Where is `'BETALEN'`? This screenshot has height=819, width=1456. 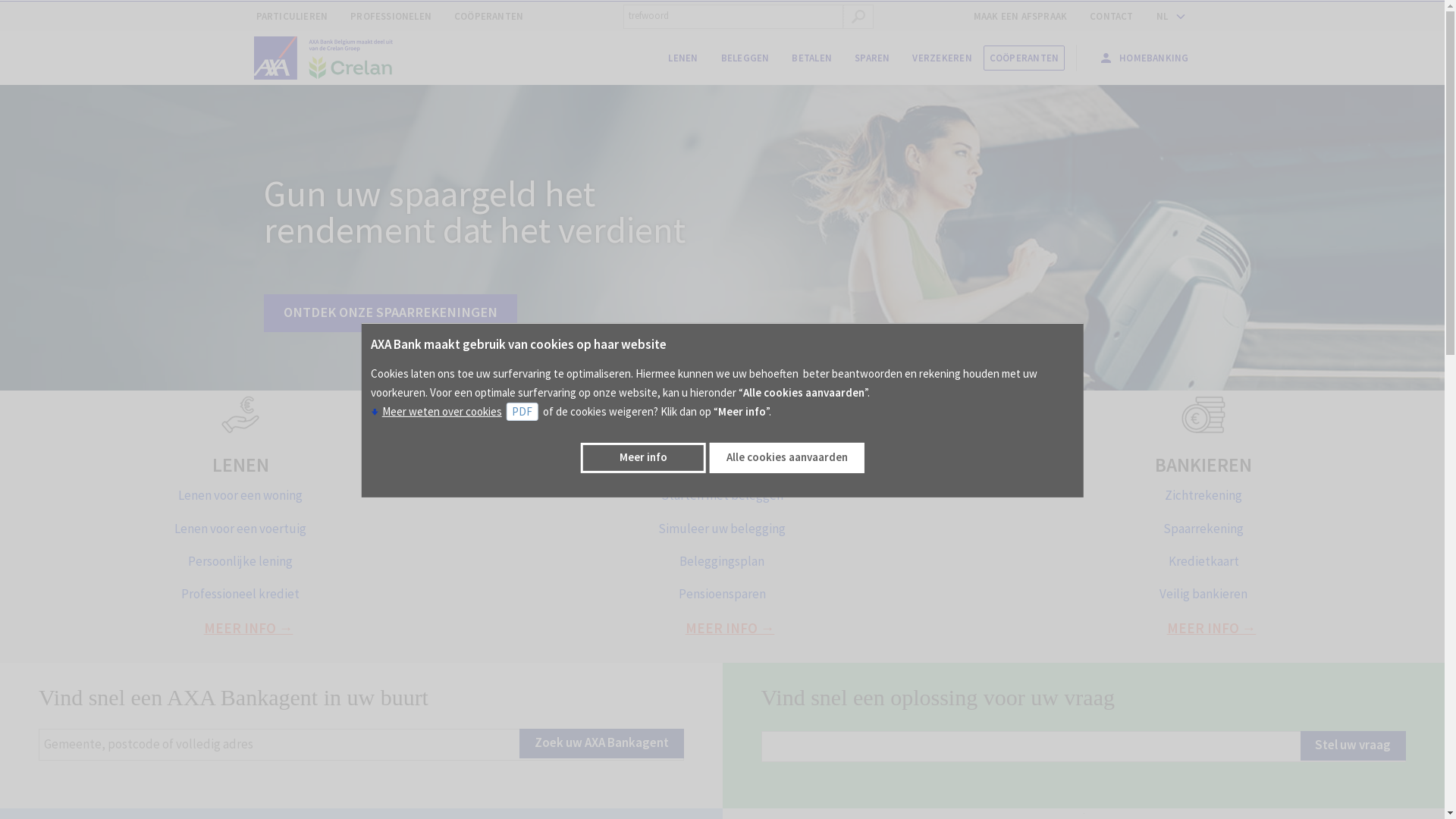
'BETALEN' is located at coordinates (811, 58).